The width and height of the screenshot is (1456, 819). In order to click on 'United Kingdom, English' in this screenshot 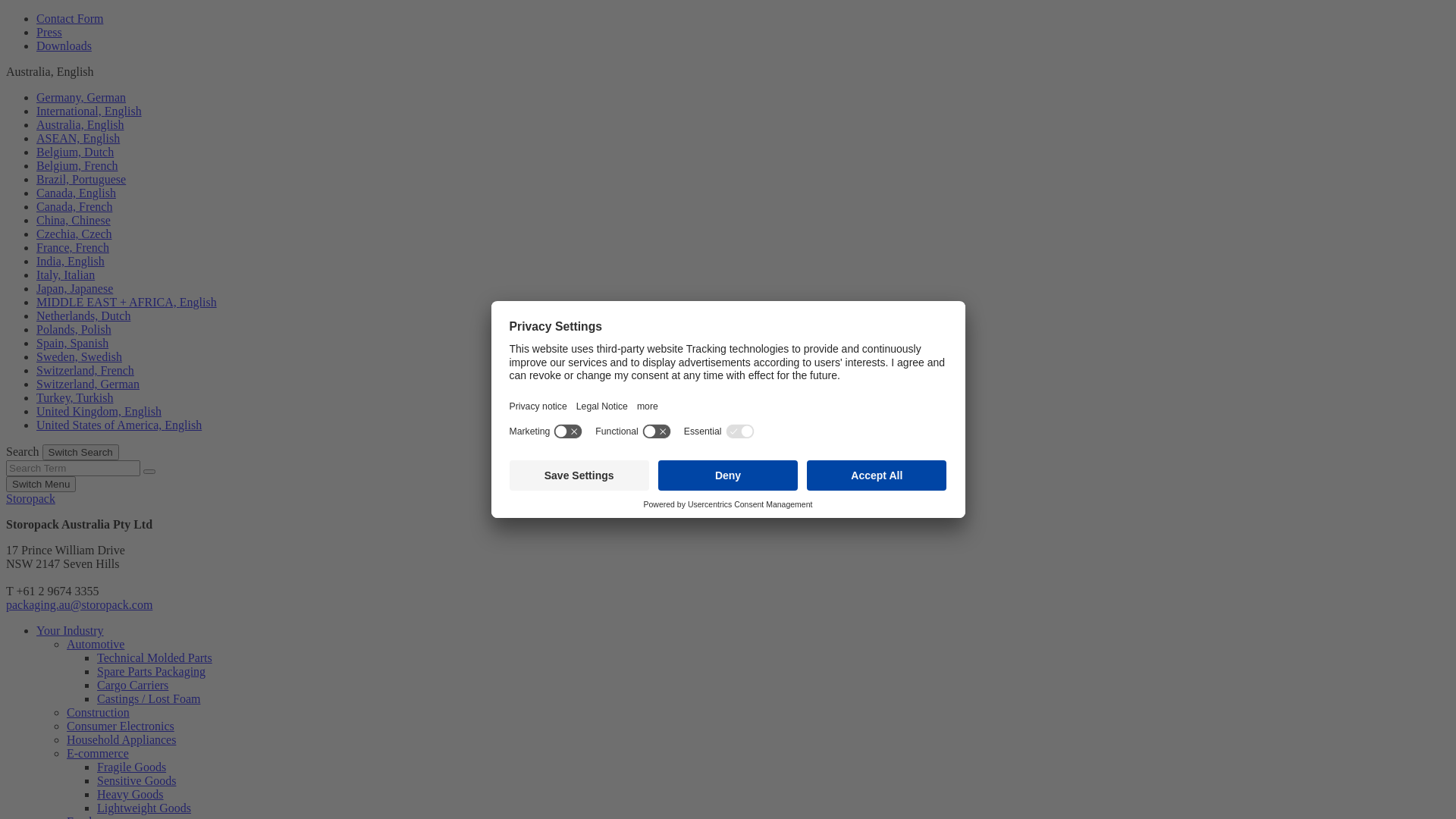, I will do `click(98, 411)`.